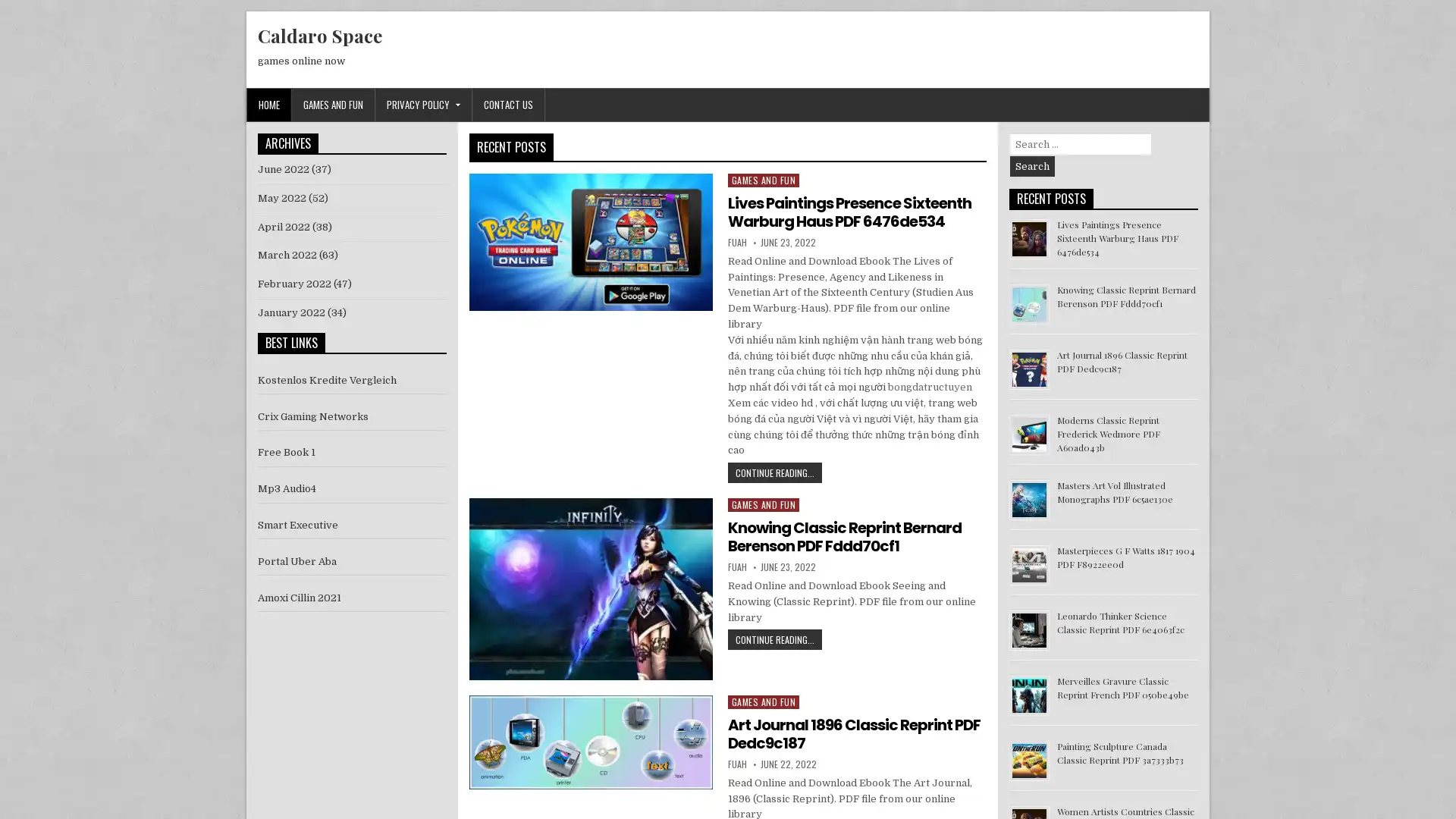  Describe the element at coordinates (1031, 166) in the screenshot. I see `Search` at that location.